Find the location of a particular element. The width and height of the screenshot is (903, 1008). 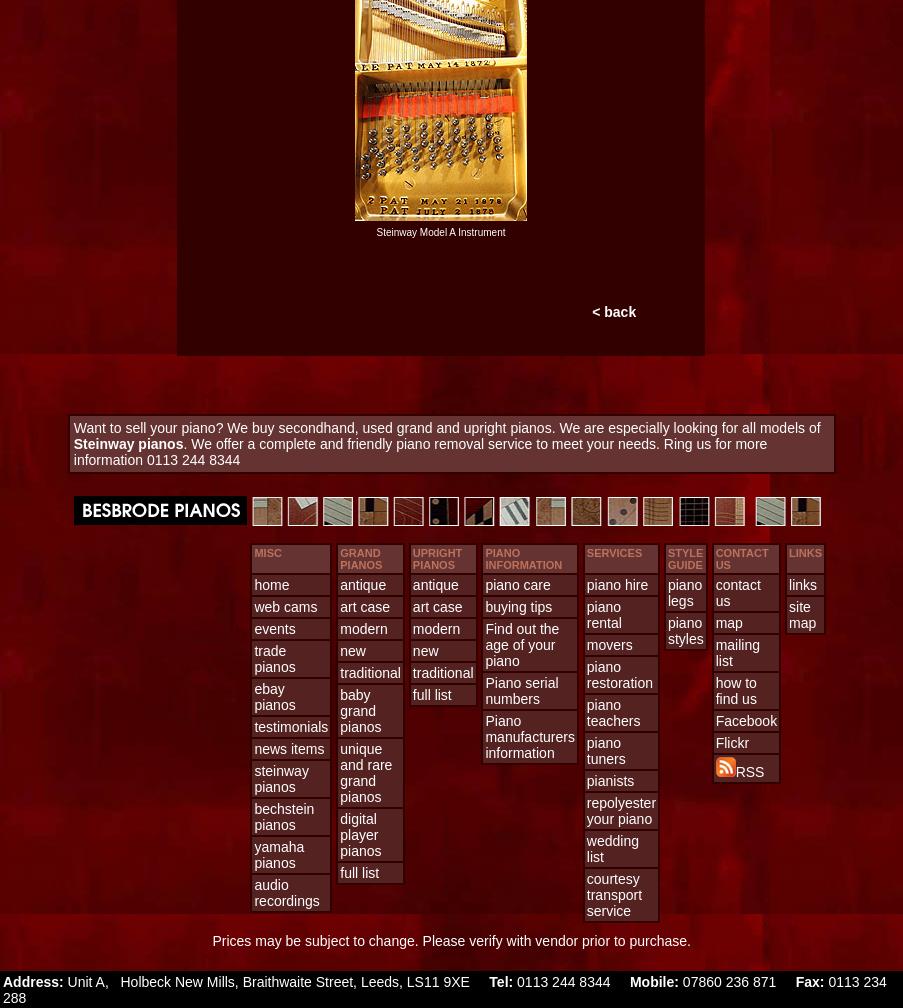

'map' is located at coordinates (714, 623).